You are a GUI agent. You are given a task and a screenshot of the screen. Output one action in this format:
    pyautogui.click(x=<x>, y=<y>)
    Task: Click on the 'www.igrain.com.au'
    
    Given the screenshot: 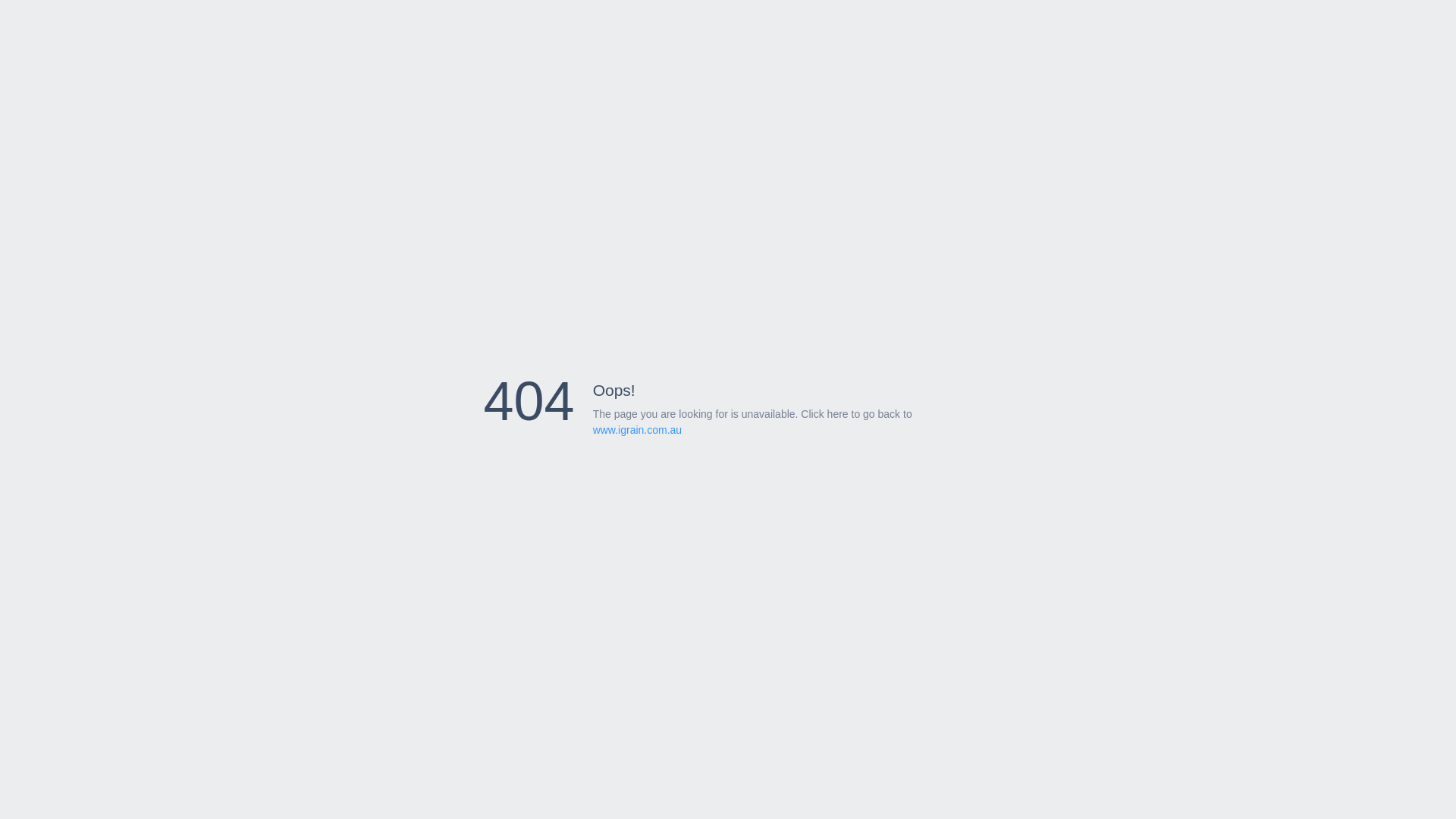 What is the action you would take?
    pyautogui.click(x=637, y=430)
    